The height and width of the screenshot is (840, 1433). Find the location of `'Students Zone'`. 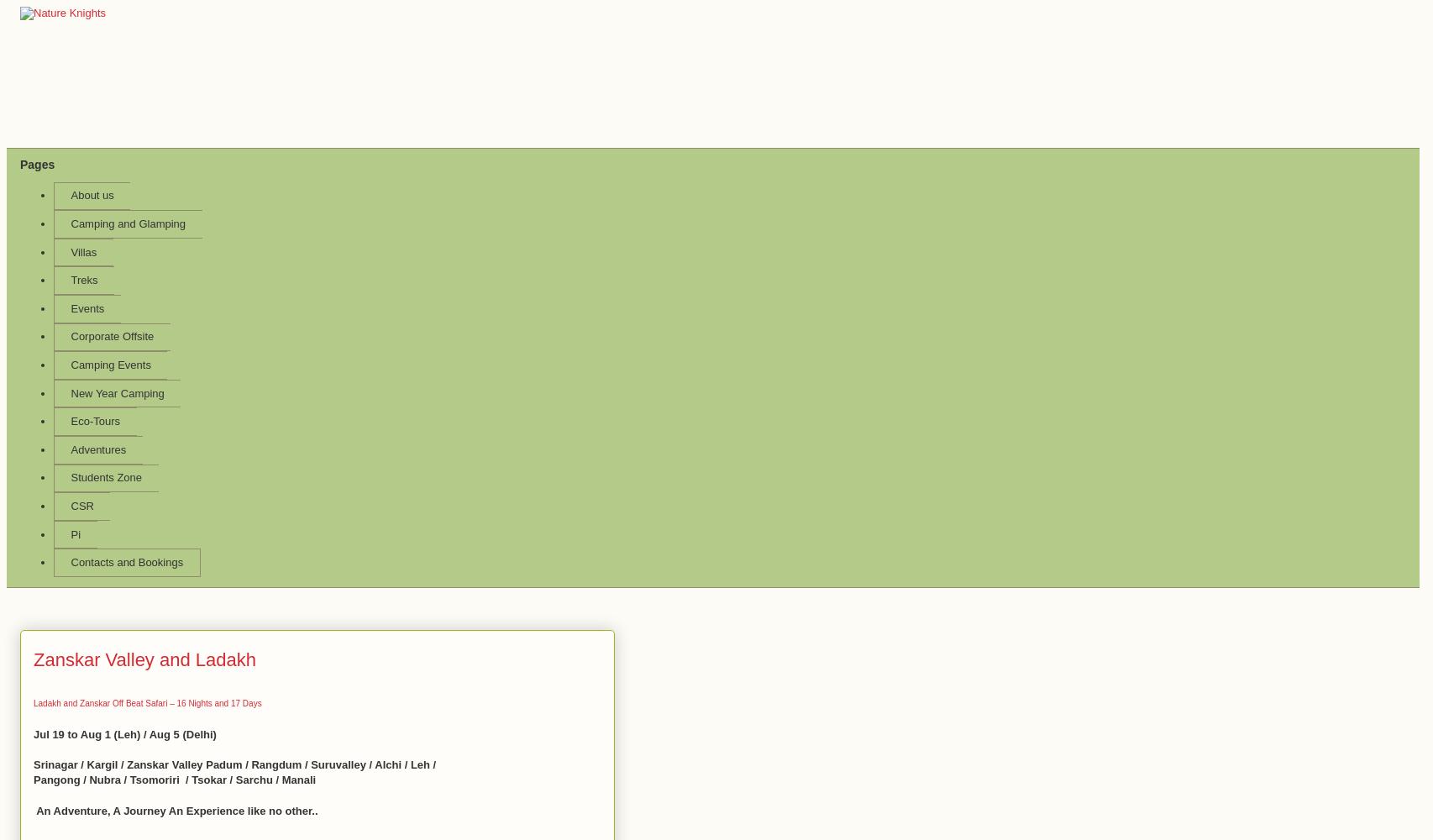

'Students Zone' is located at coordinates (70, 476).